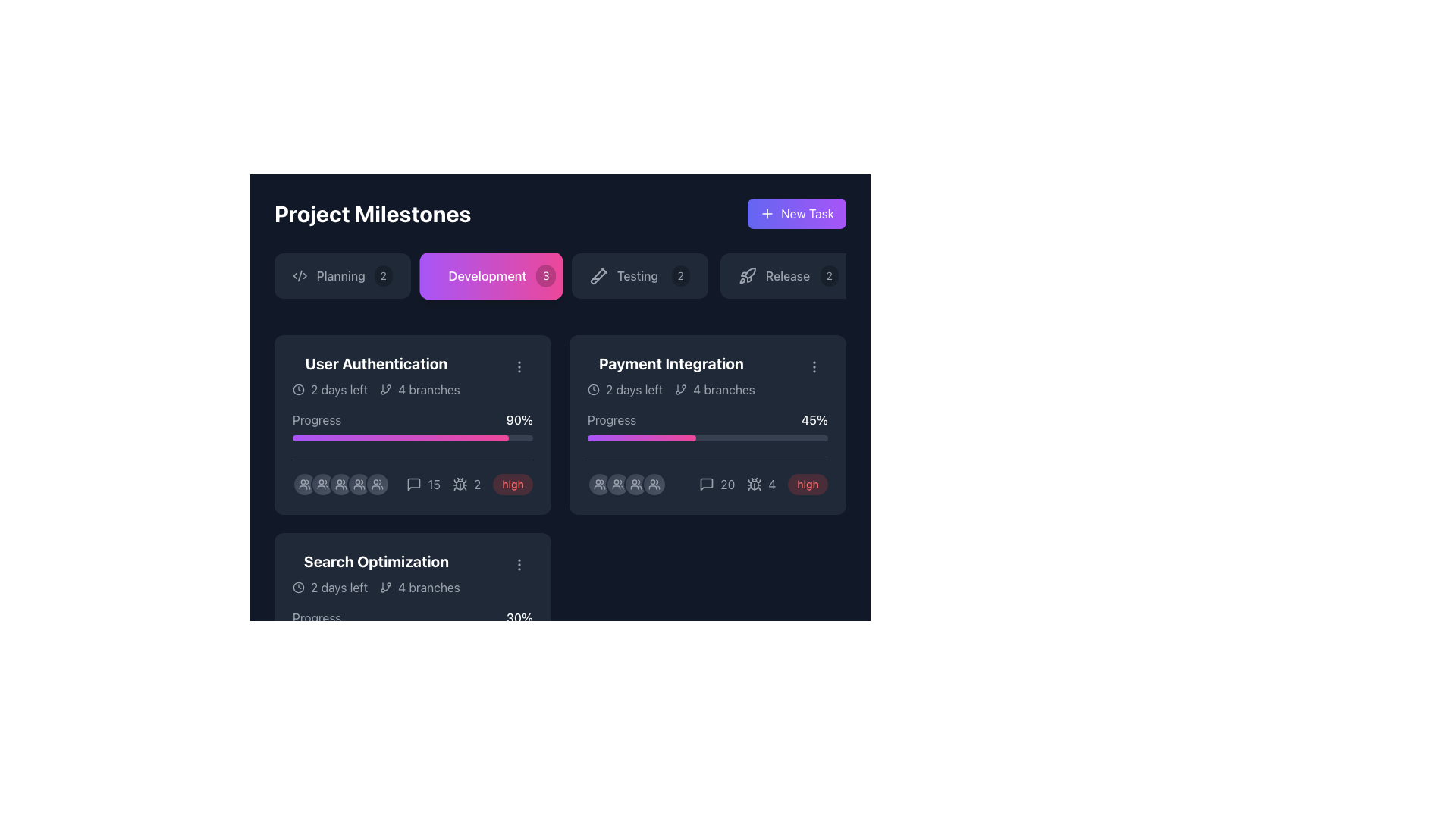 This screenshot has width=1456, height=819. Describe the element at coordinates (750, 273) in the screenshot. I see `the rocket-shaped icon with a stroke outline located next to the text 'Release'` at that location.